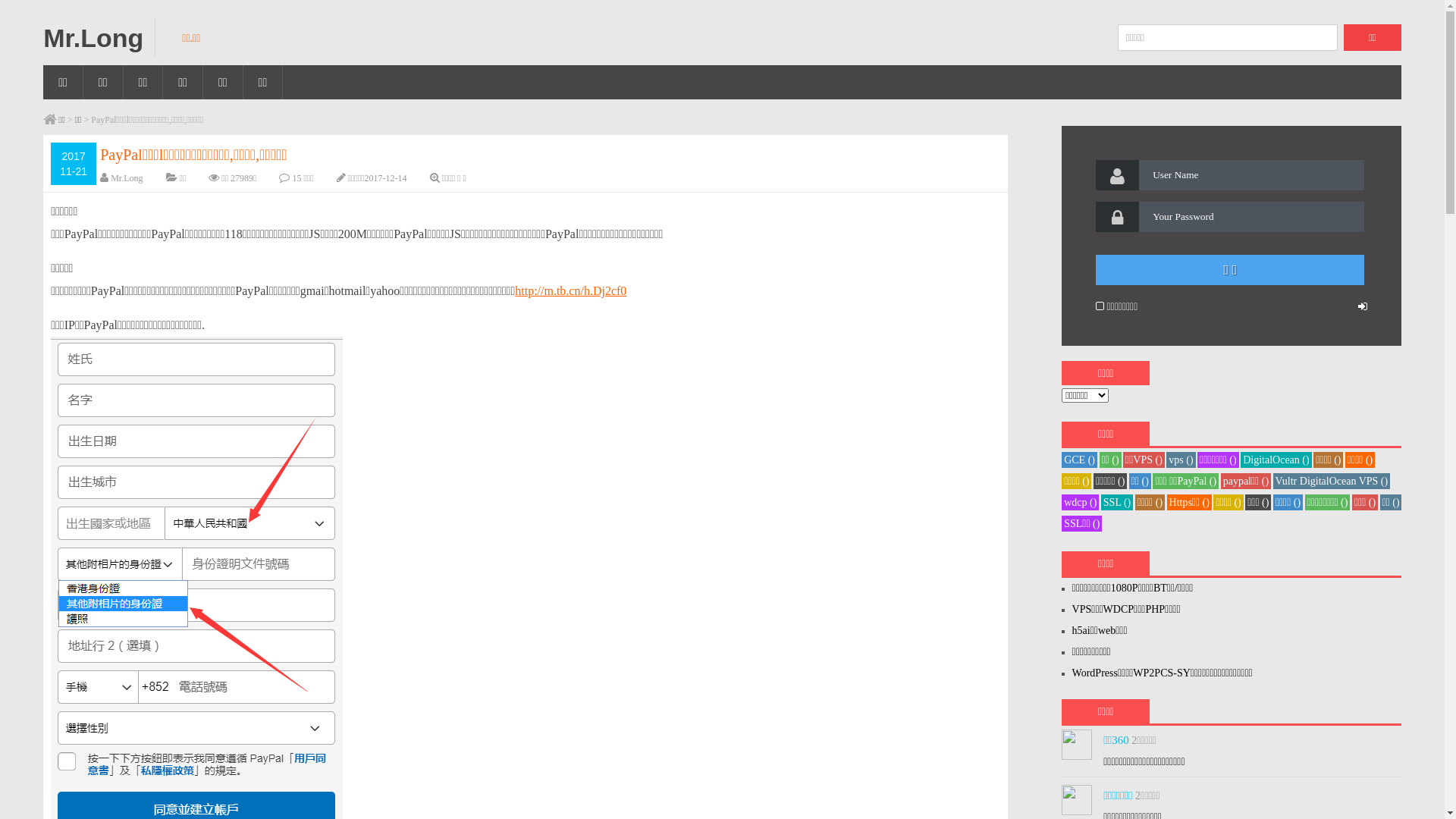 Image resolution: width=1456 pixels, height=819 pixels. I want to click on 'GCE ()', so click(1078, 459).